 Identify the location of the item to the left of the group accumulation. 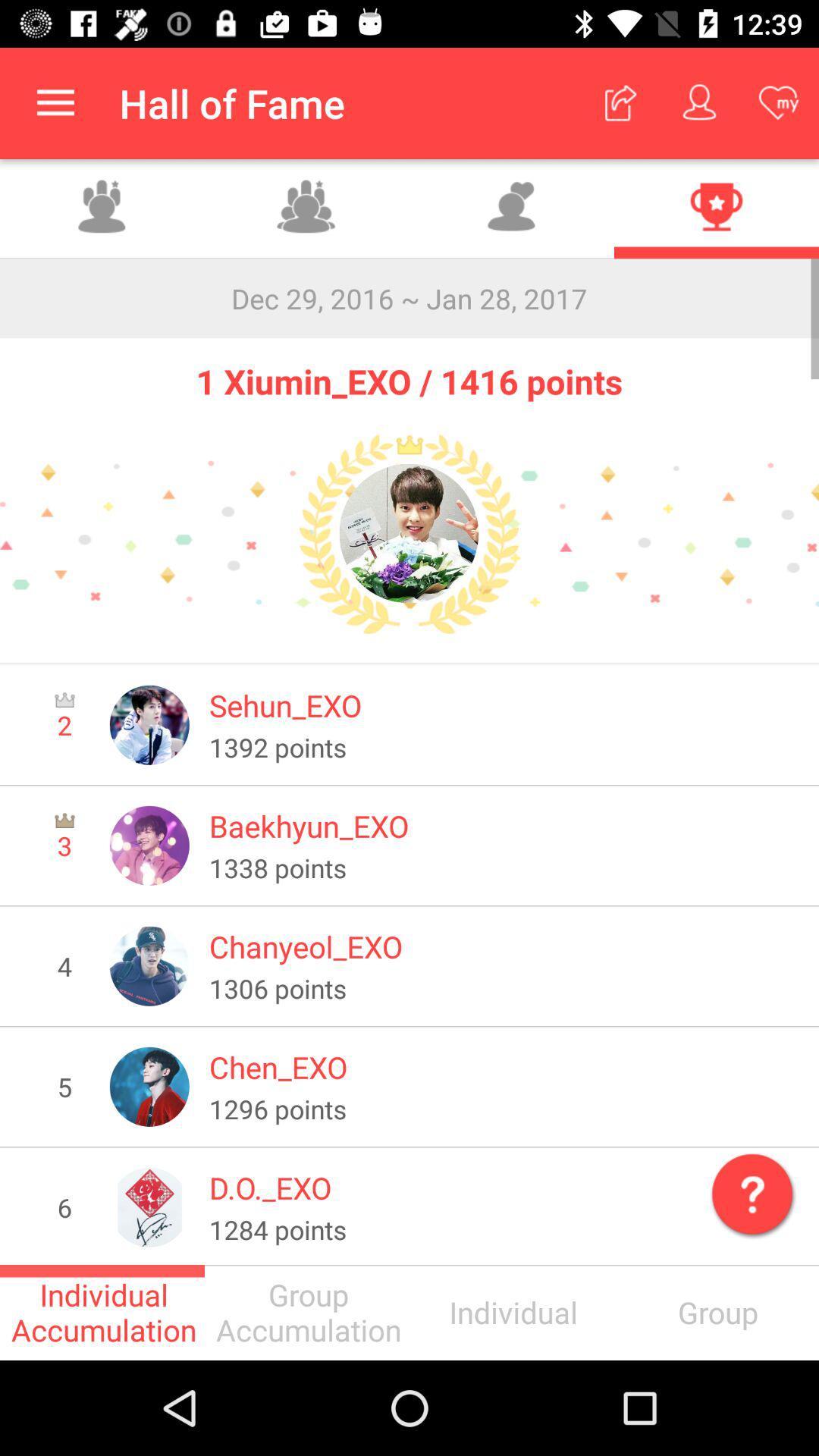
(102, 1312).